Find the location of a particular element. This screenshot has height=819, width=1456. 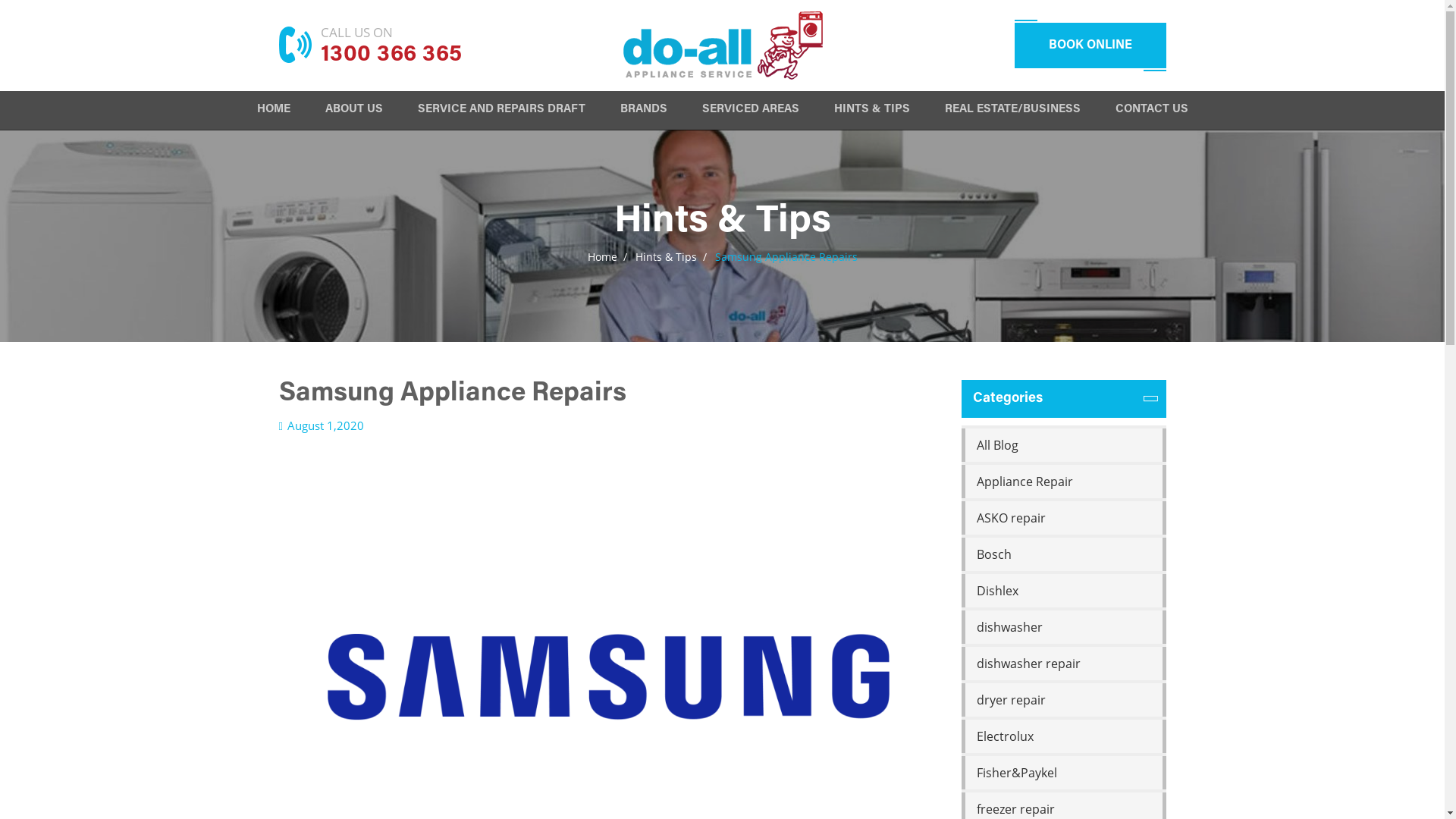

'Bosch' is located at coordinates (960, 554).